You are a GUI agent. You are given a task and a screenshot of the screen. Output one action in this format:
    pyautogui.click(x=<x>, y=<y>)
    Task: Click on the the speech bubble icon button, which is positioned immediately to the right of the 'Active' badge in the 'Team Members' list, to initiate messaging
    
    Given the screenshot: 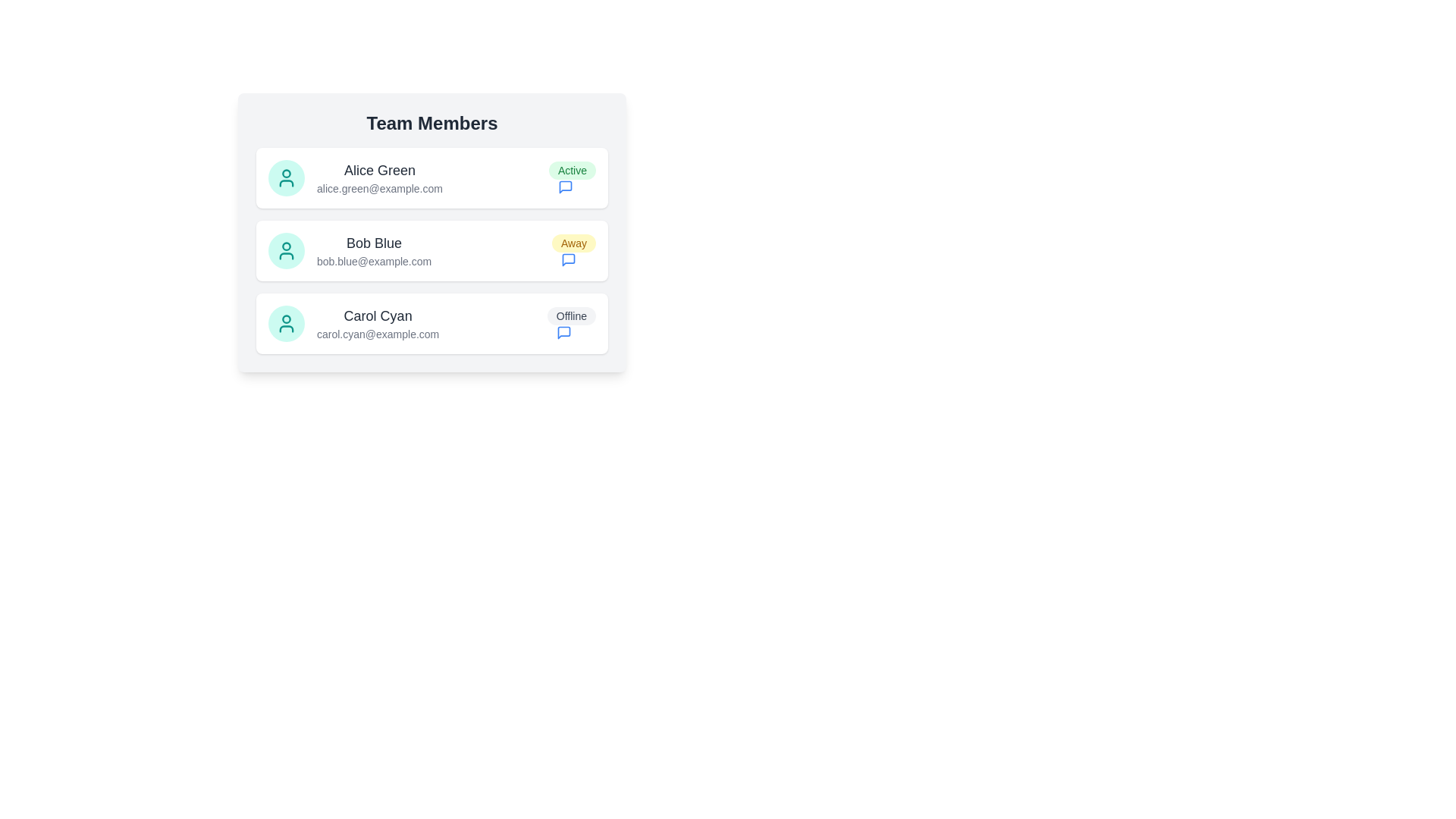 What is the action you would take?
    pyautogui.click(x=564, y=186)
    